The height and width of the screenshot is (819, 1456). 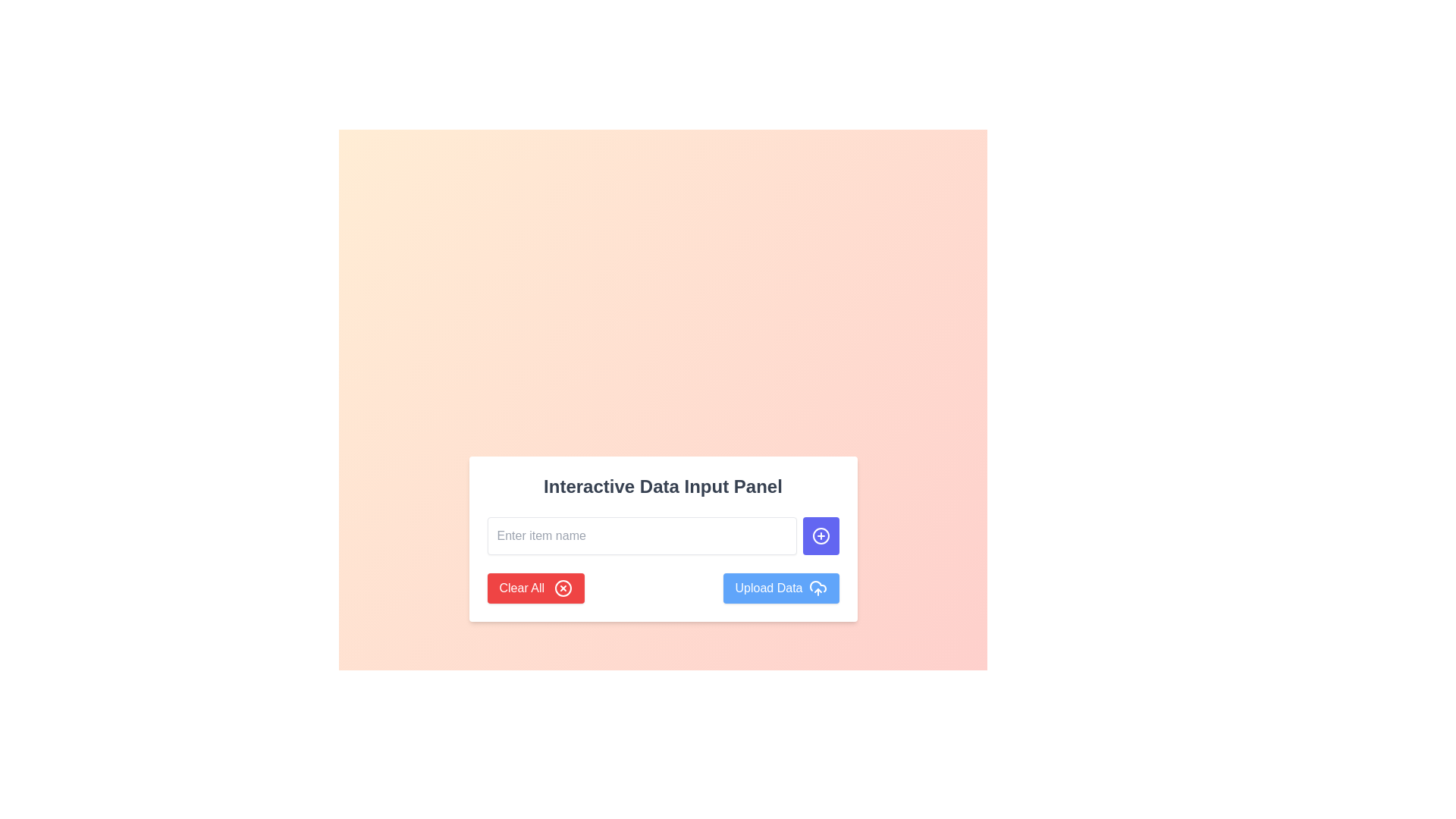 I want to click on the 'Clear All' button, which is a rectangular button with rounded corners, featuring a red background and white text, located below the 'Enter item name' text input and to the left of the 'Upload Data' button, so click(x=535, y=587).